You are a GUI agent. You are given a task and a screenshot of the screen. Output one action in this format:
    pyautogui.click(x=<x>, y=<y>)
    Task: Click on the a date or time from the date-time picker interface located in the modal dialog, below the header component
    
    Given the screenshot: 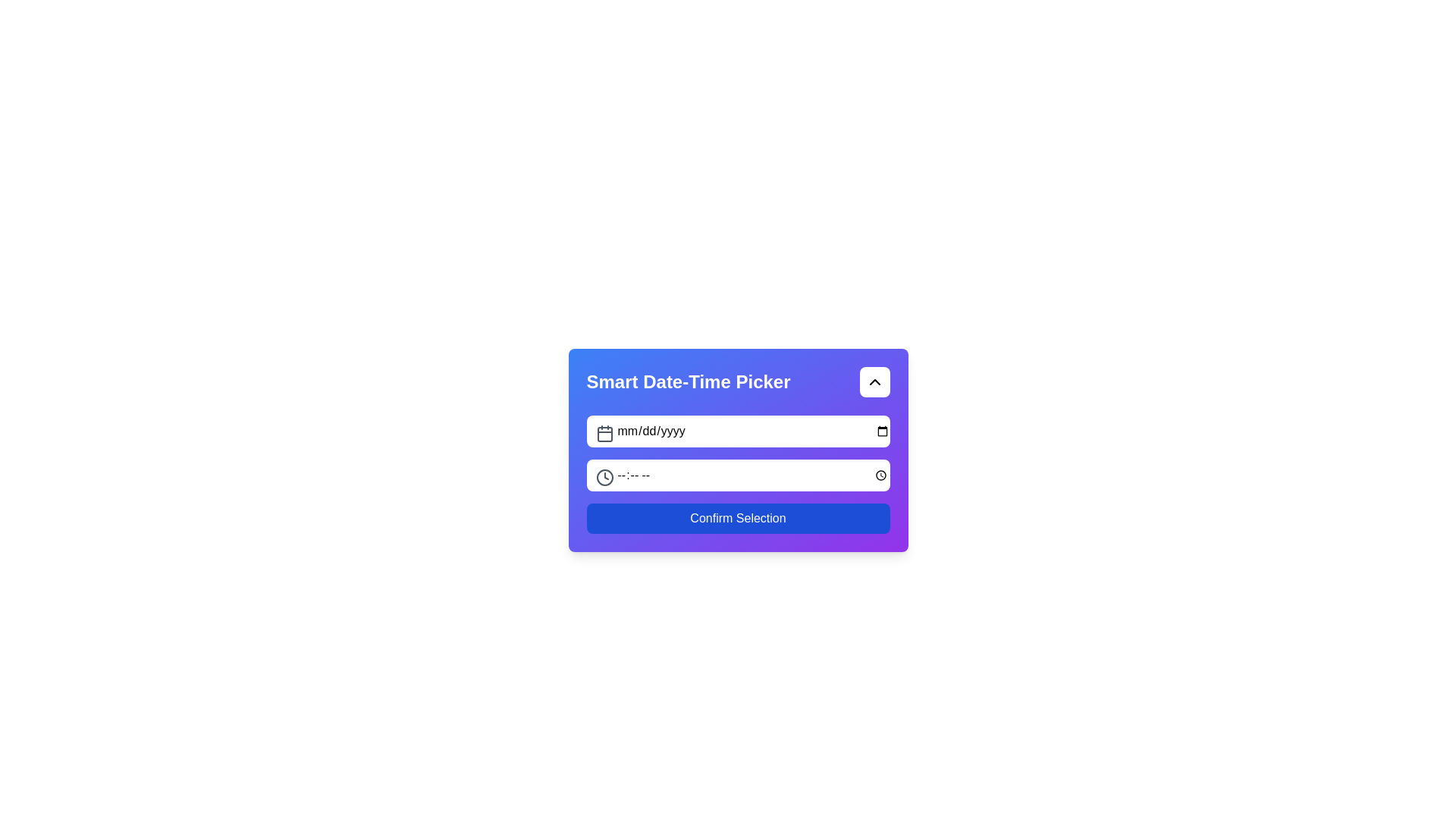 What is the action you would take?
    pyautogui.click(x=738, y=450)
    